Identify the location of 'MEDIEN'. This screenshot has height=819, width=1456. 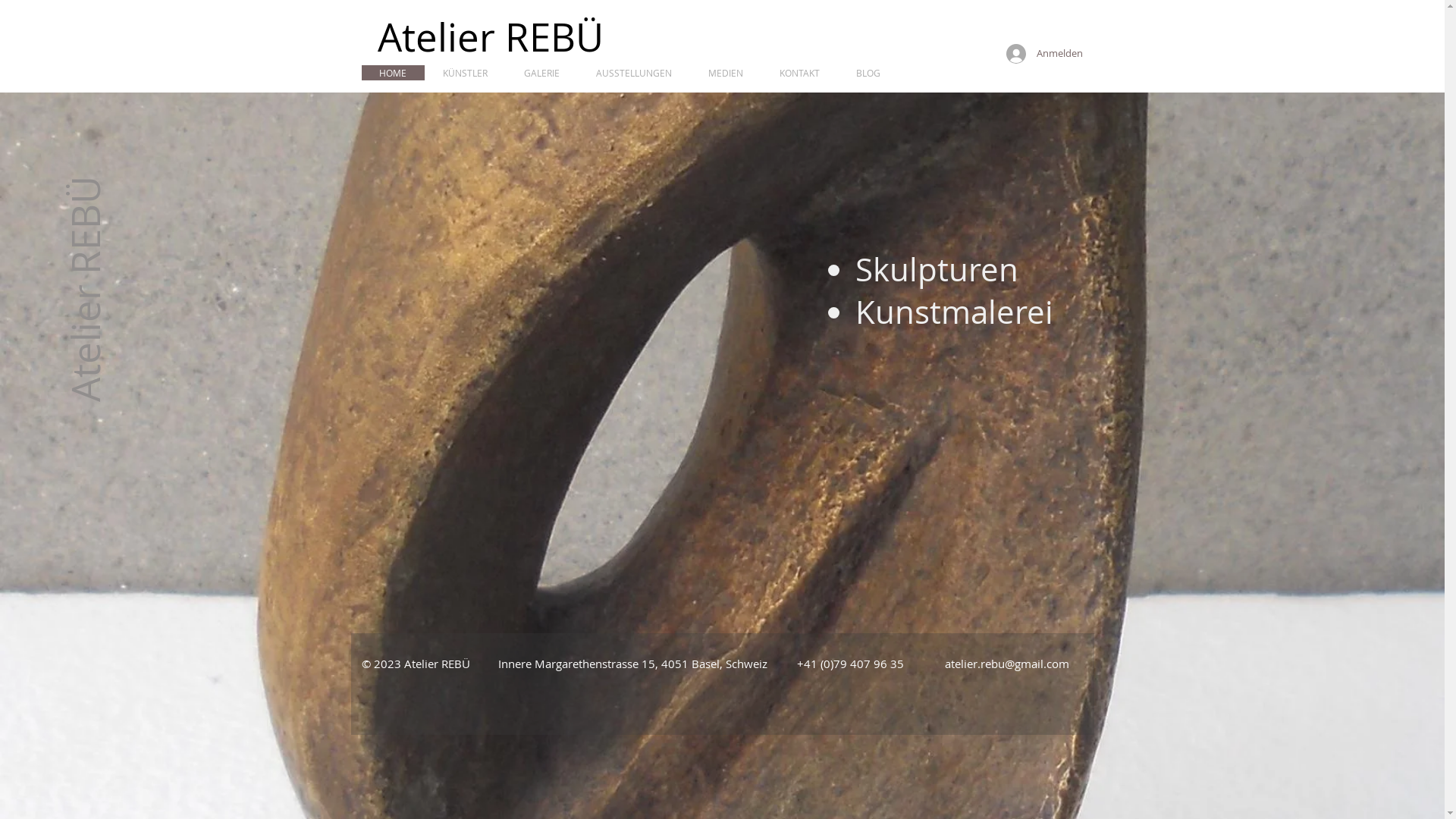
(659, 74).